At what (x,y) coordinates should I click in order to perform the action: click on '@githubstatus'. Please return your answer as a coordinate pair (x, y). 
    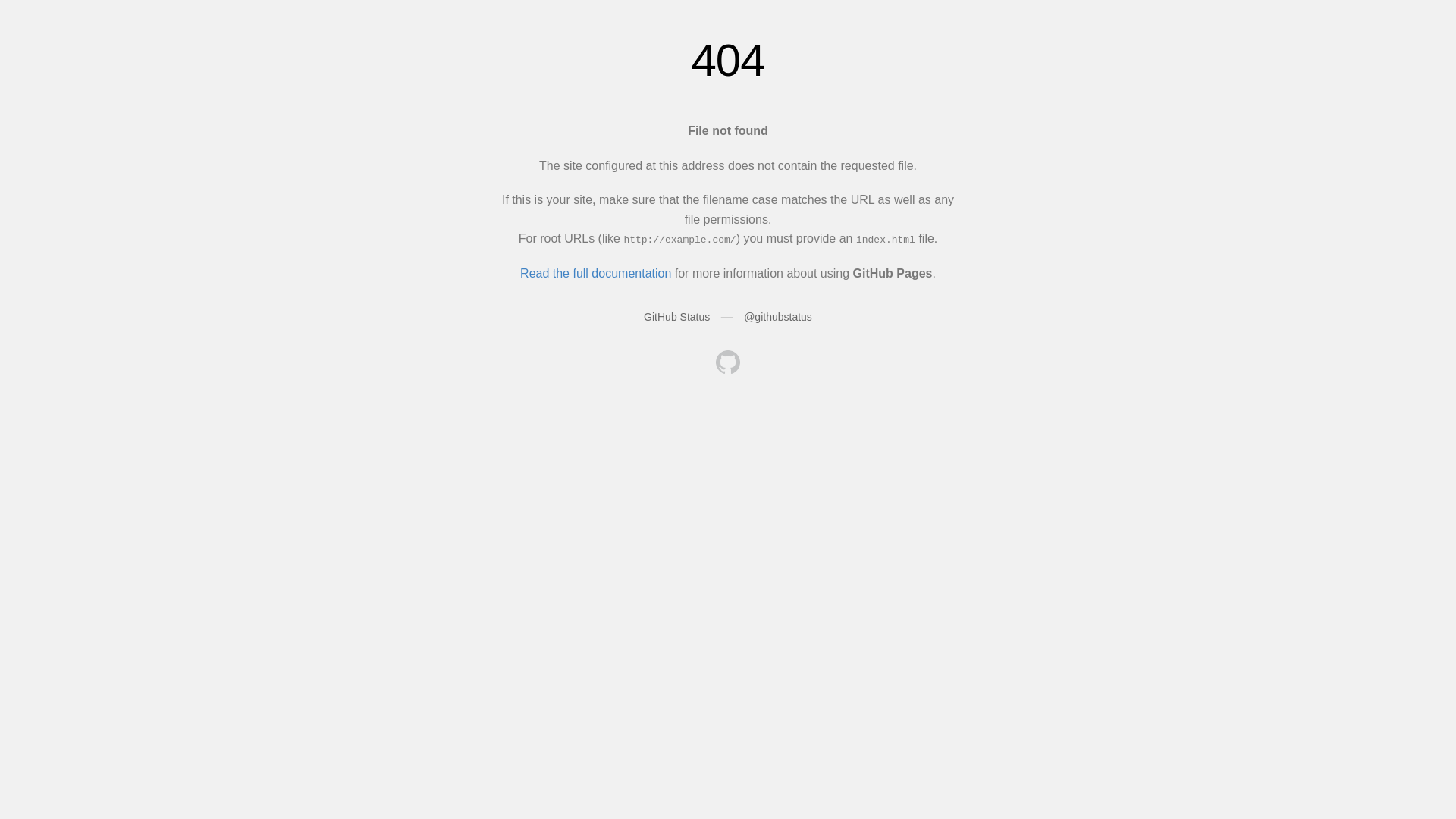
    Looking at the image, I should click on (743, 315).